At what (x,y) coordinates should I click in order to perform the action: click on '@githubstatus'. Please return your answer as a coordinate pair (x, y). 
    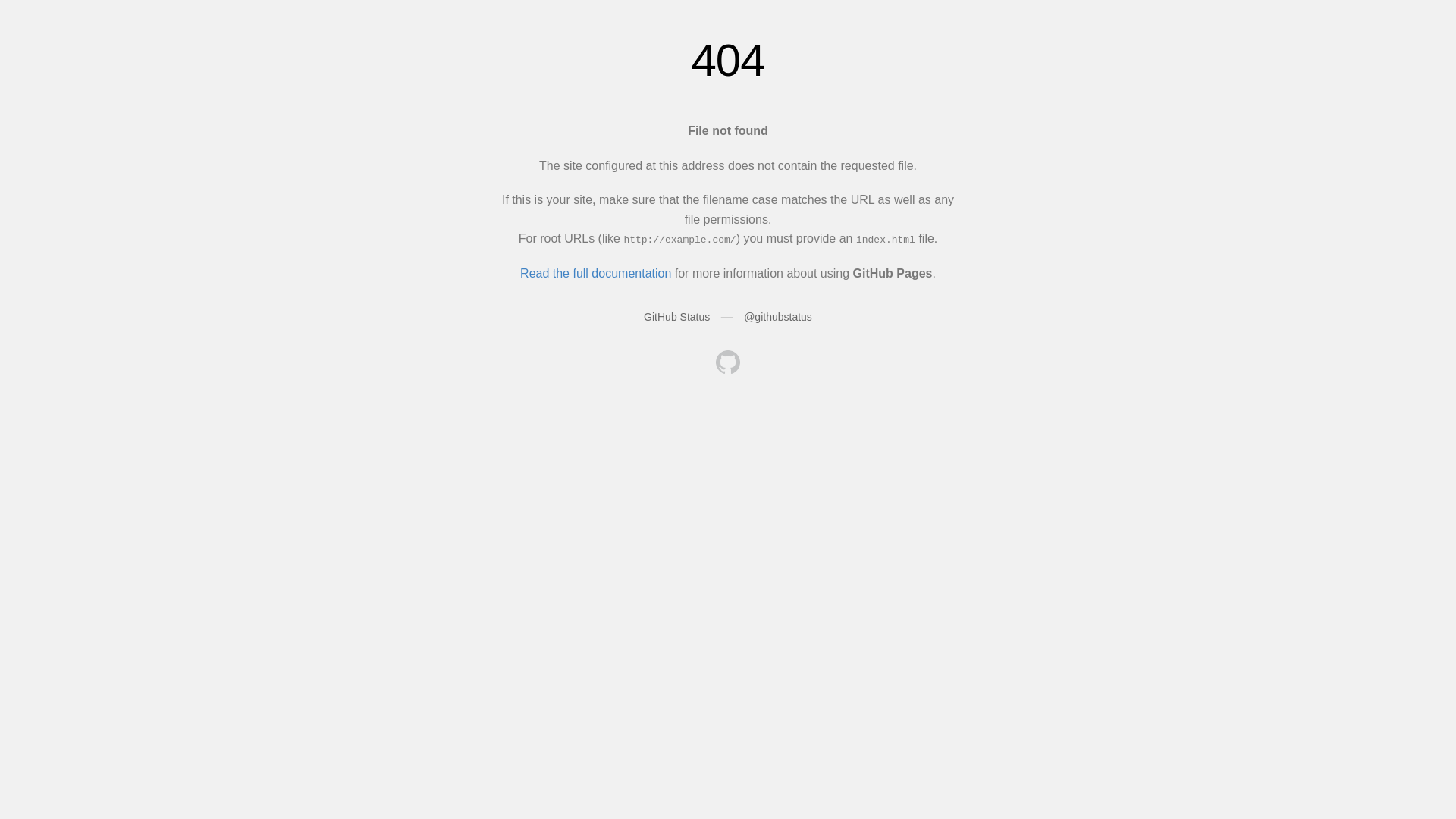
    Looking at the image, I should click on (743, 315).